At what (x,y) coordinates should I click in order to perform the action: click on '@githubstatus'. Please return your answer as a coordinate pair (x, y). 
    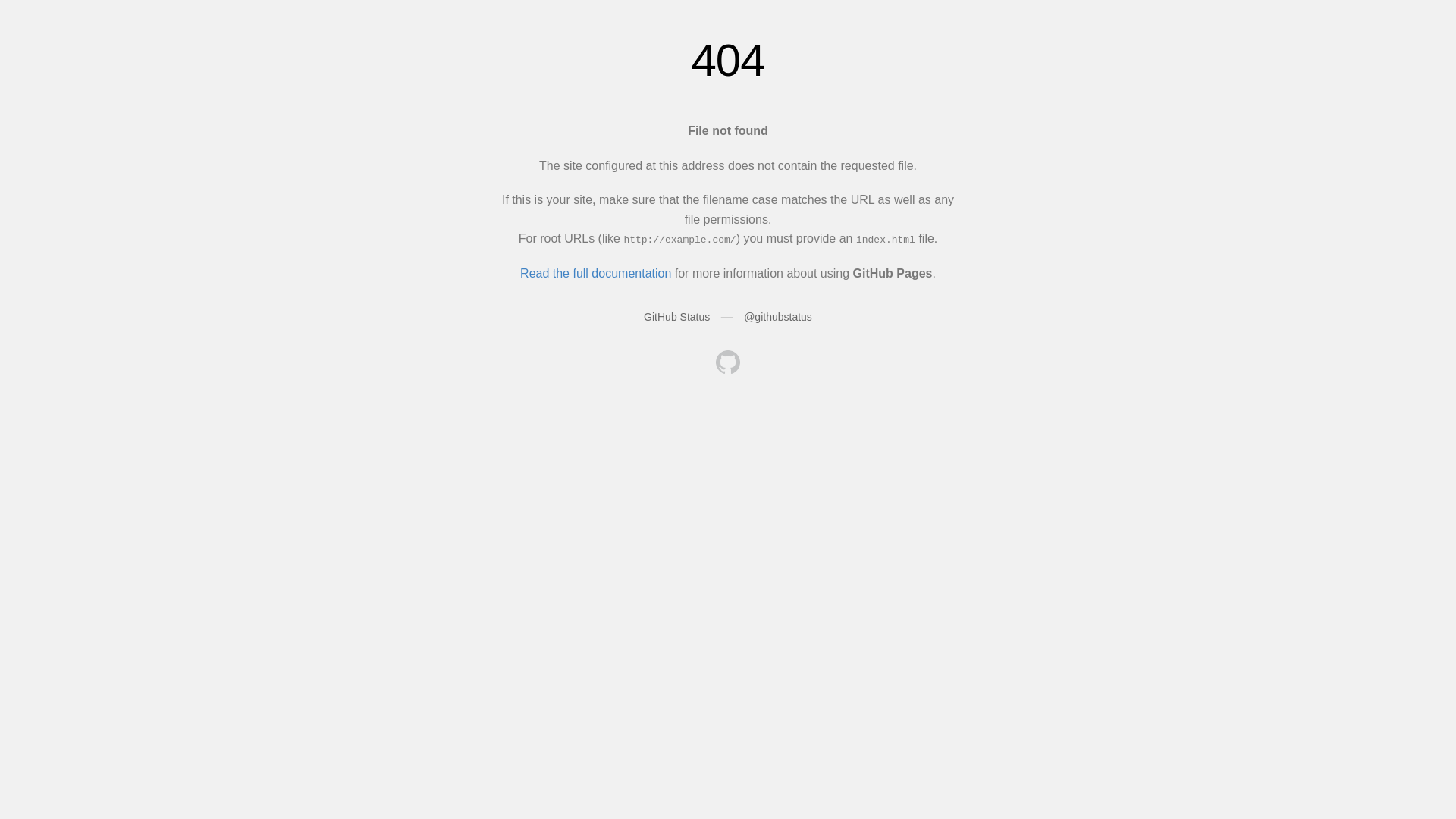
    Looking at the image, I should click on (743, 315).